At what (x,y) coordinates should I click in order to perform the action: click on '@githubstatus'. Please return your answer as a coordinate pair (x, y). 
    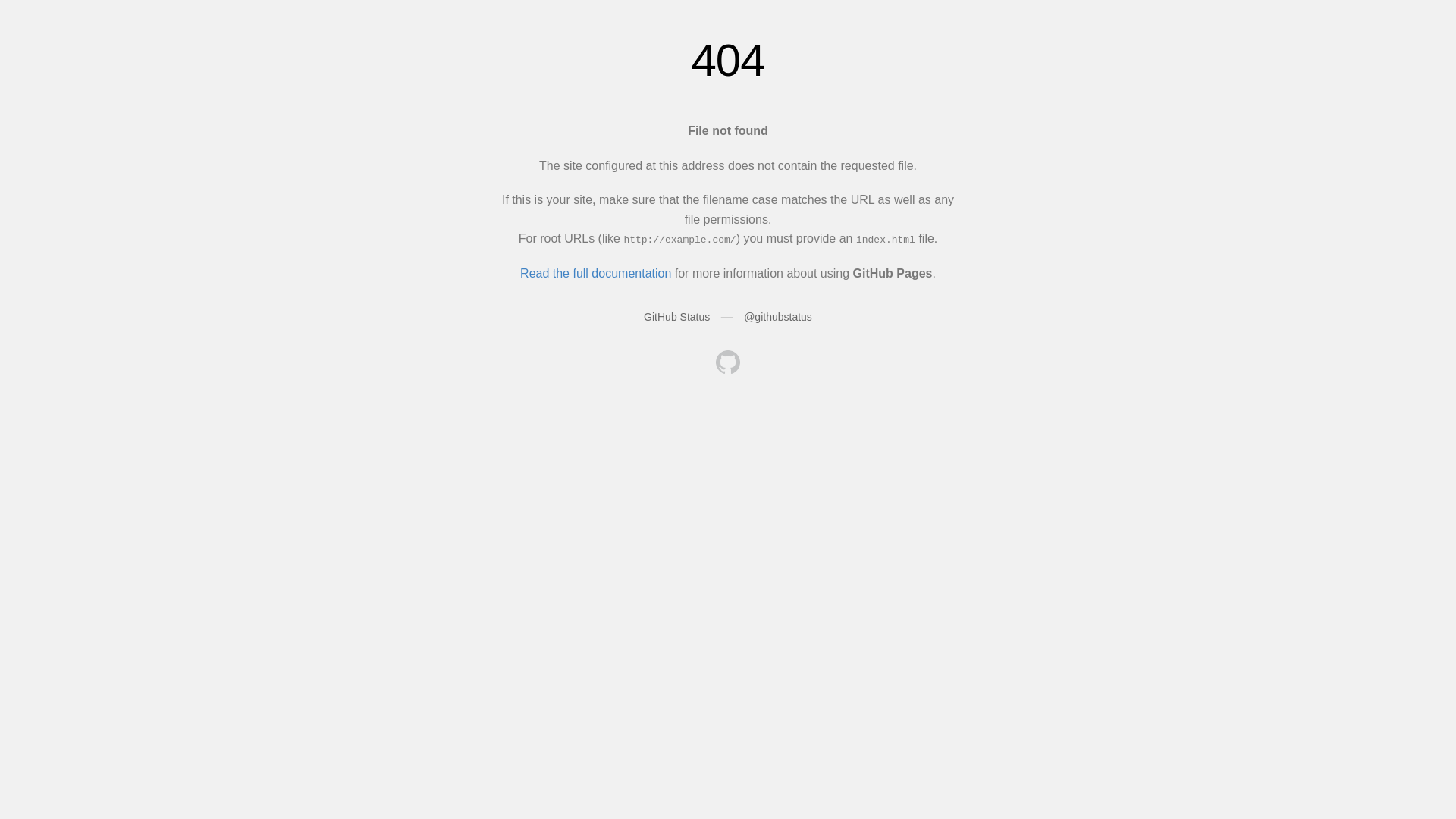
    Looking at the image, I should click on (743, 315).